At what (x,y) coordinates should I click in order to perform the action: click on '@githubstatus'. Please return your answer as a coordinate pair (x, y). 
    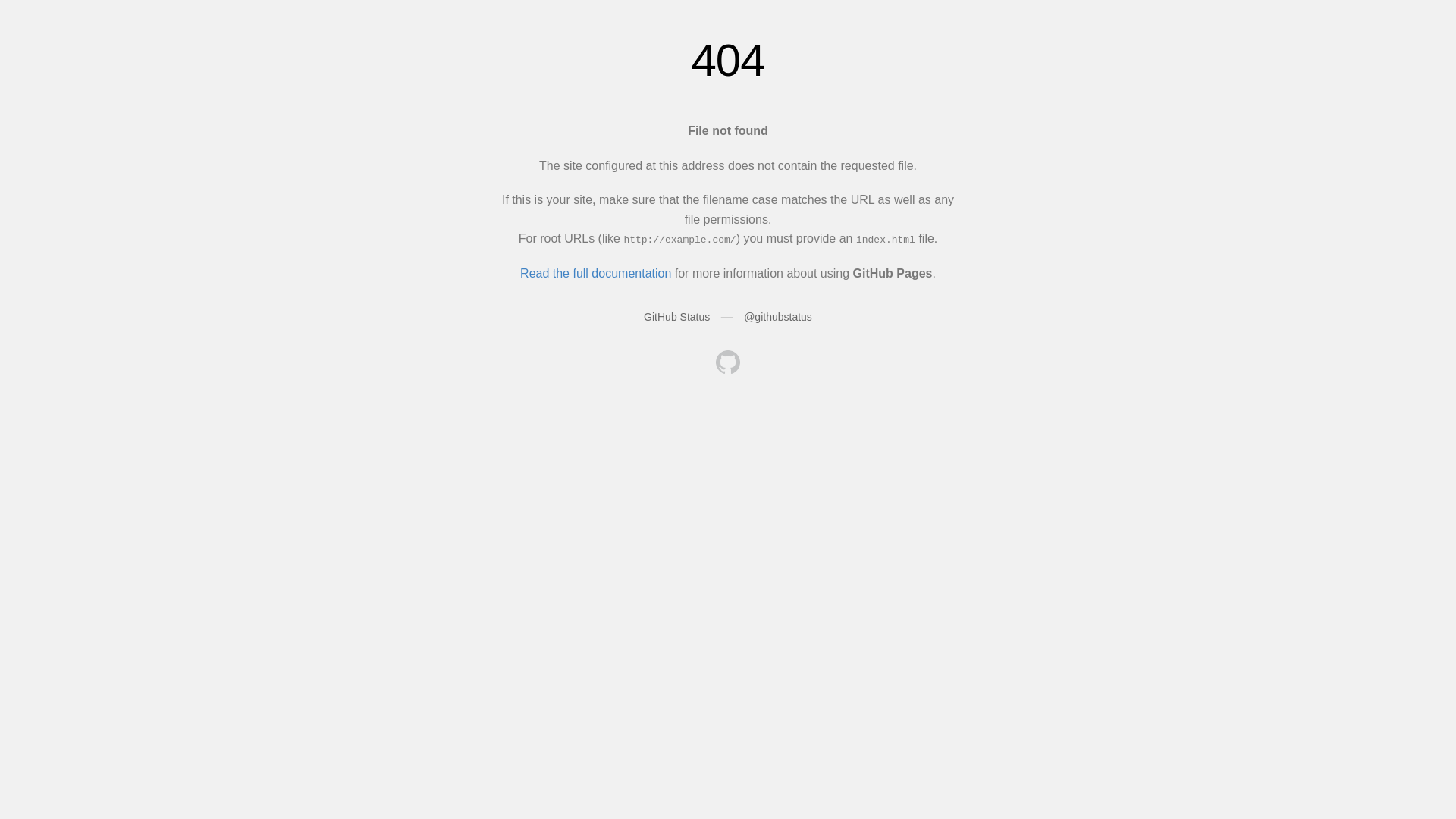
    Looking at the image, I should click on (743, 315).